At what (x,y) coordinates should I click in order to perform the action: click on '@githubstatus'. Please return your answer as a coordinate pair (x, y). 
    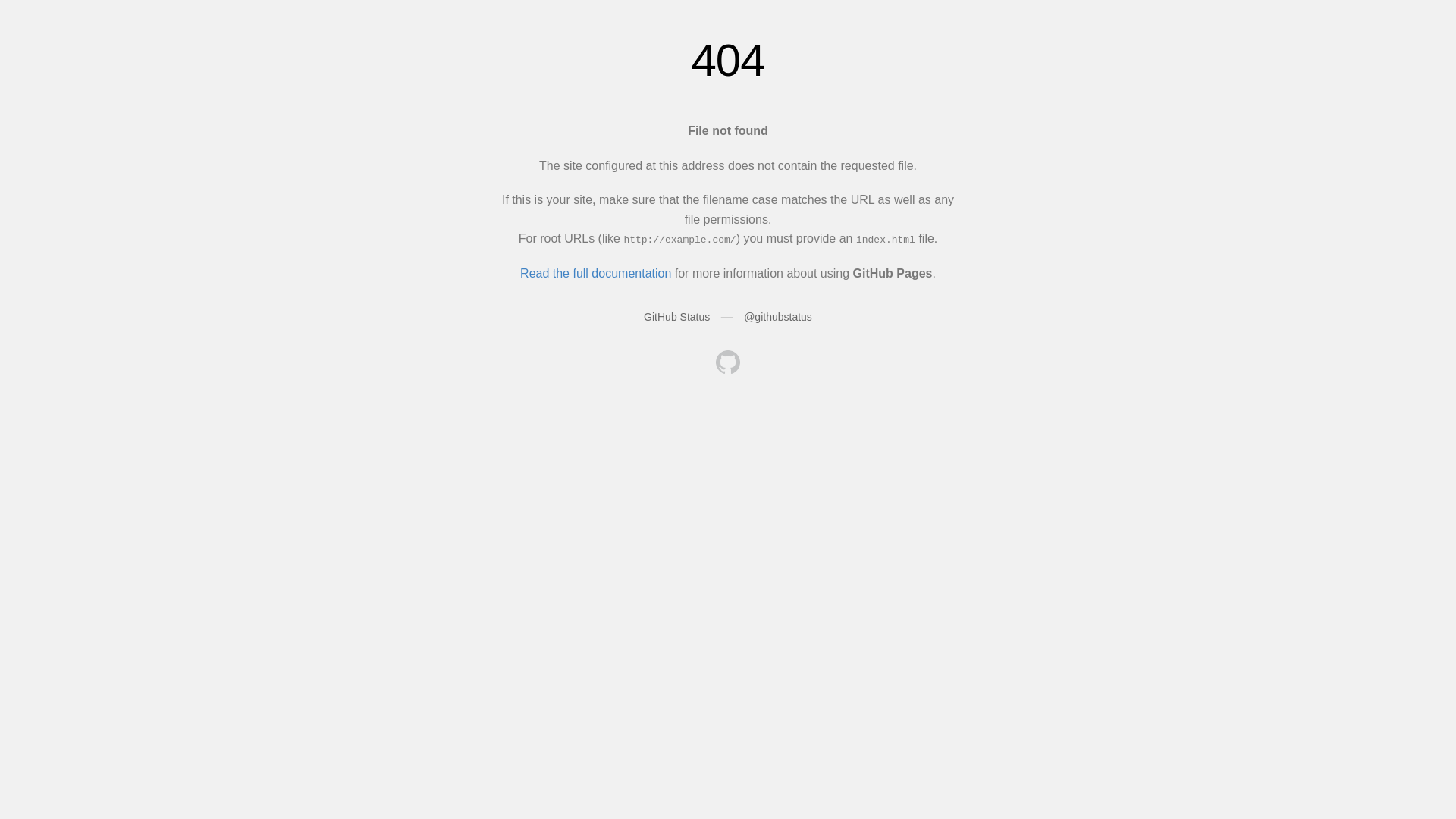
    Looking at the image, I should click on (743, 315).